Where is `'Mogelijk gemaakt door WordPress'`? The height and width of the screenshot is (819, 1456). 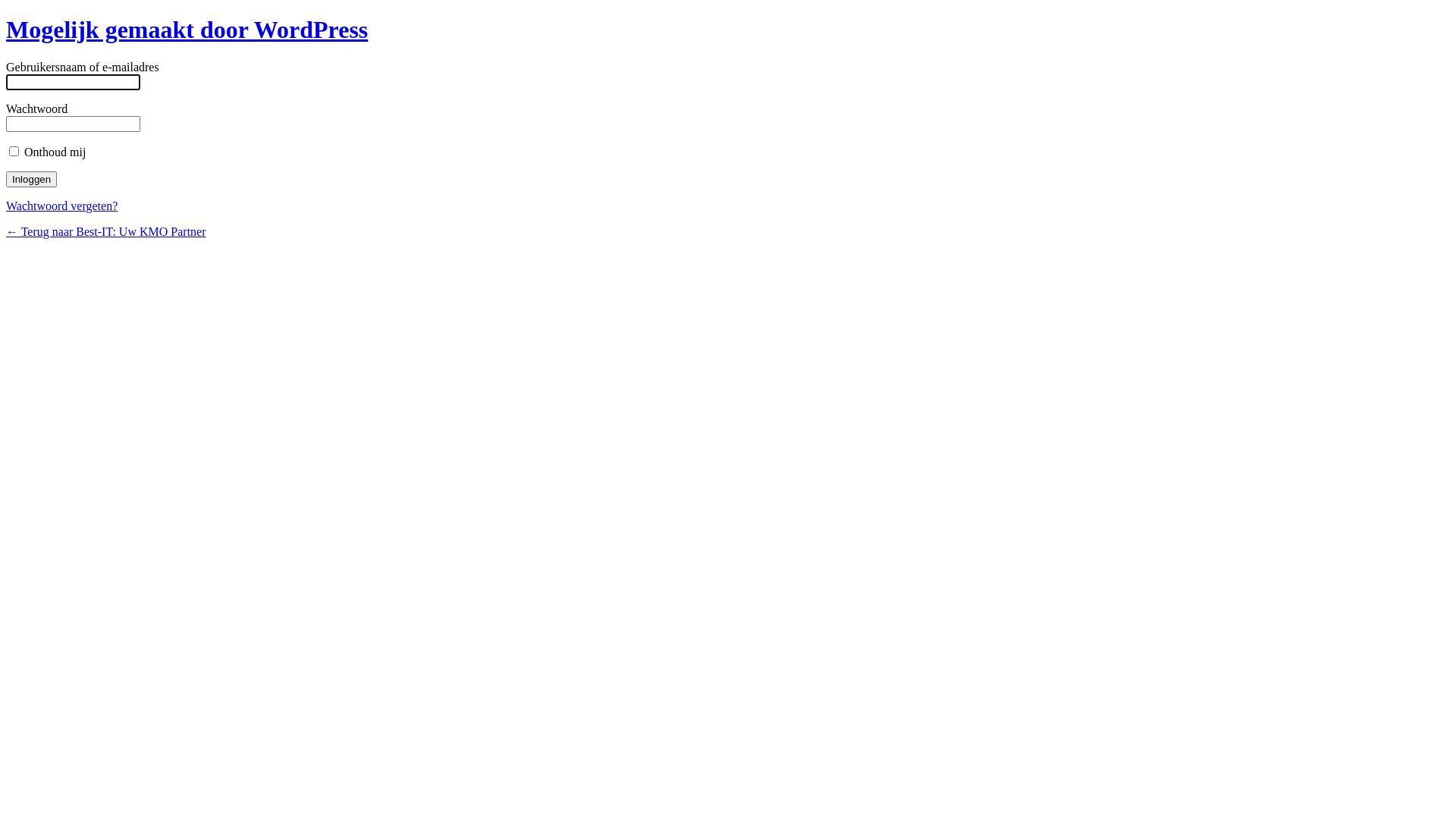
'Mogelijk gemaakt door WordPress' is located at coordinates (186, 29).